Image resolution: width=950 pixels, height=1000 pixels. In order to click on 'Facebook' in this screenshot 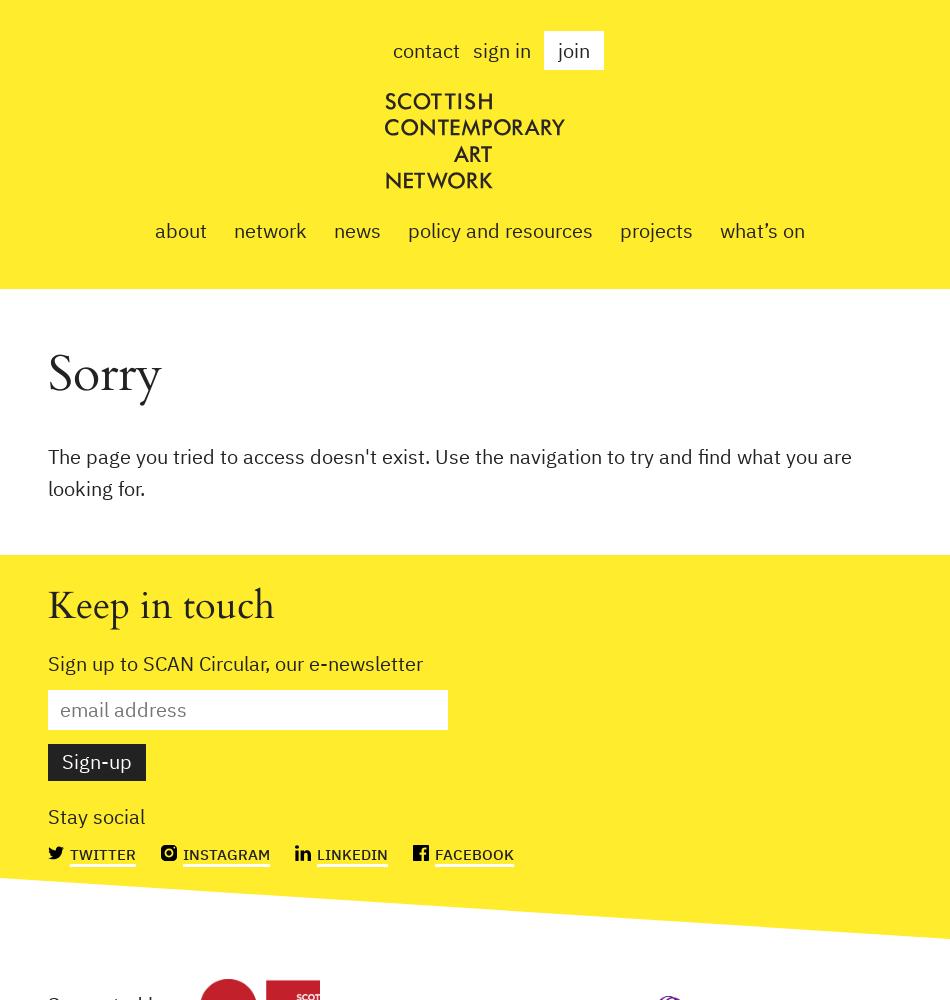, I will do `click(472, 853)`.